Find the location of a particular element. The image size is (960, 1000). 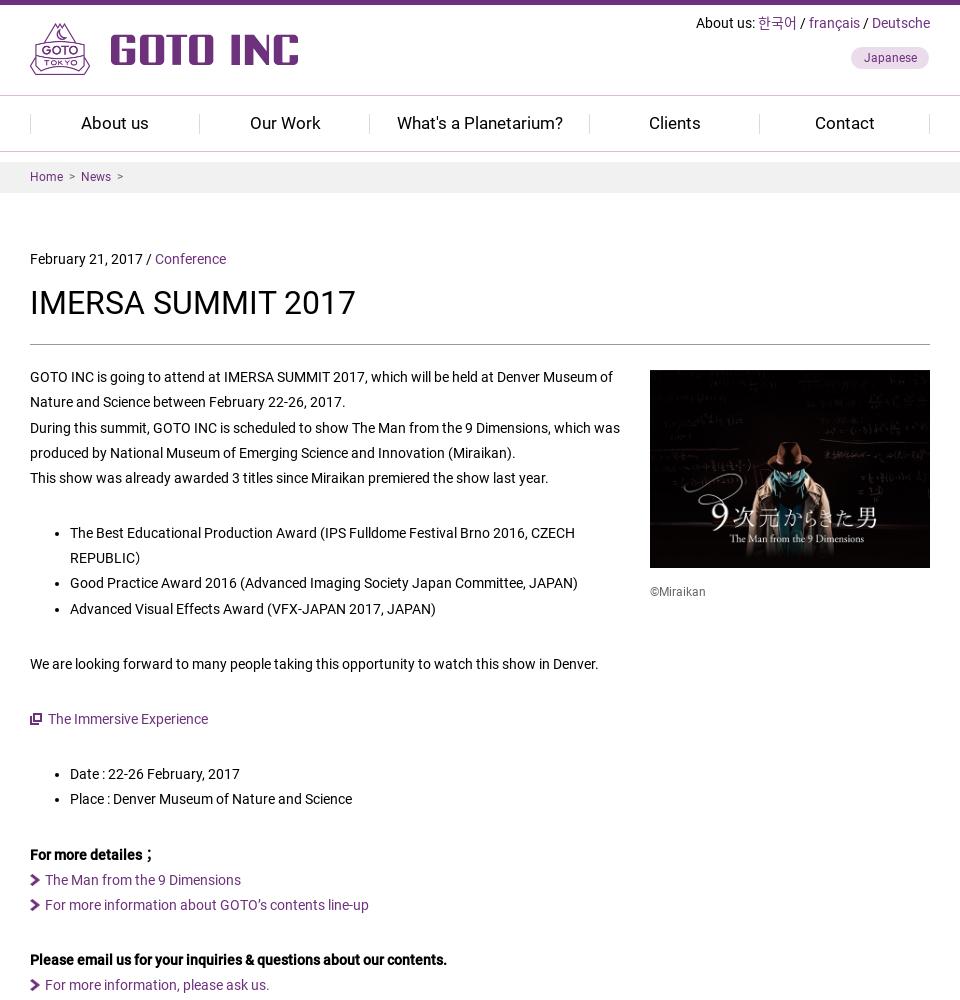

'©Miraikan' is located at coordinates (678, 591).